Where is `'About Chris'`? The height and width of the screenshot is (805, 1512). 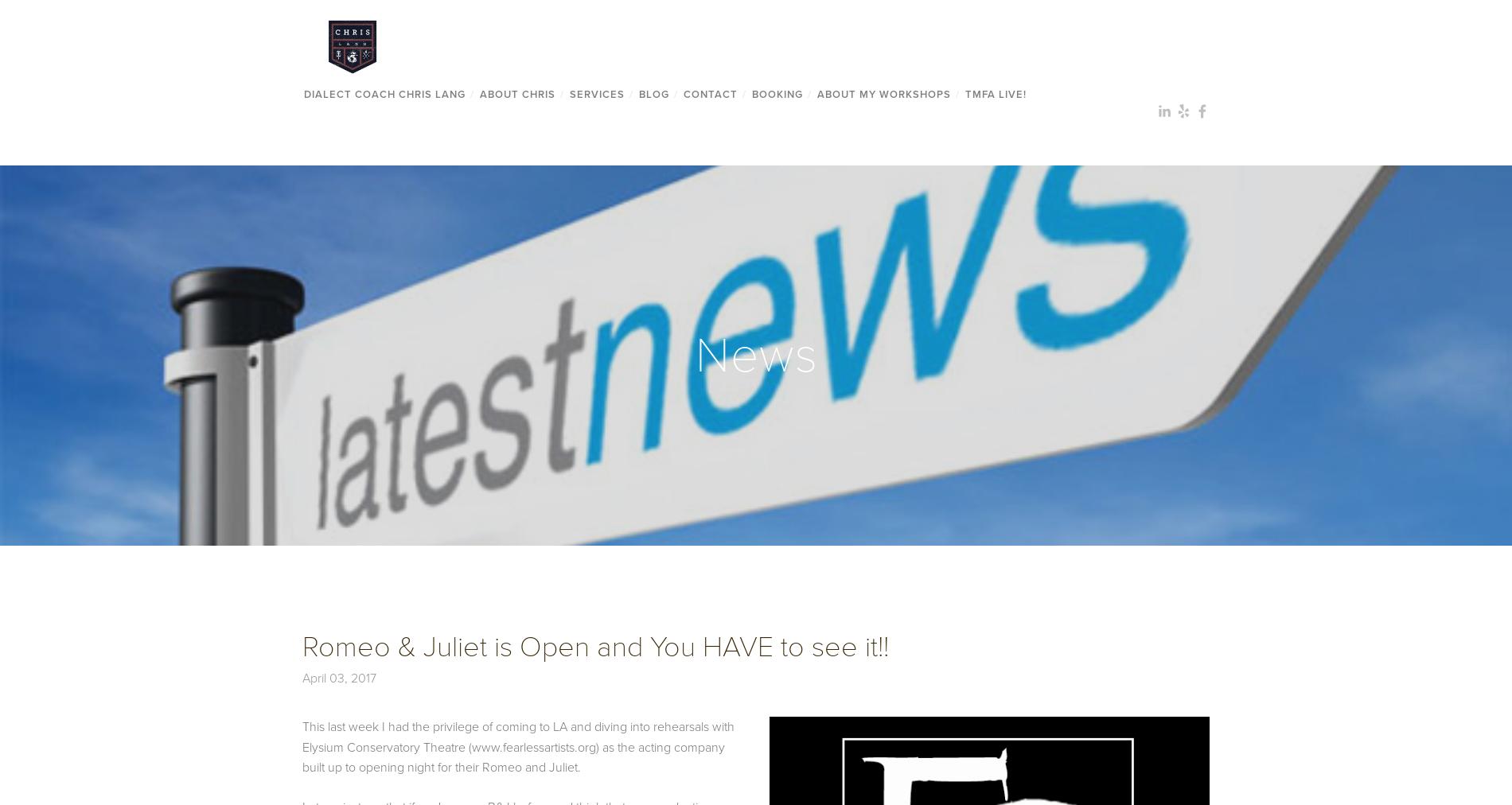 'About Chris' is located at coordinates (516, 92).